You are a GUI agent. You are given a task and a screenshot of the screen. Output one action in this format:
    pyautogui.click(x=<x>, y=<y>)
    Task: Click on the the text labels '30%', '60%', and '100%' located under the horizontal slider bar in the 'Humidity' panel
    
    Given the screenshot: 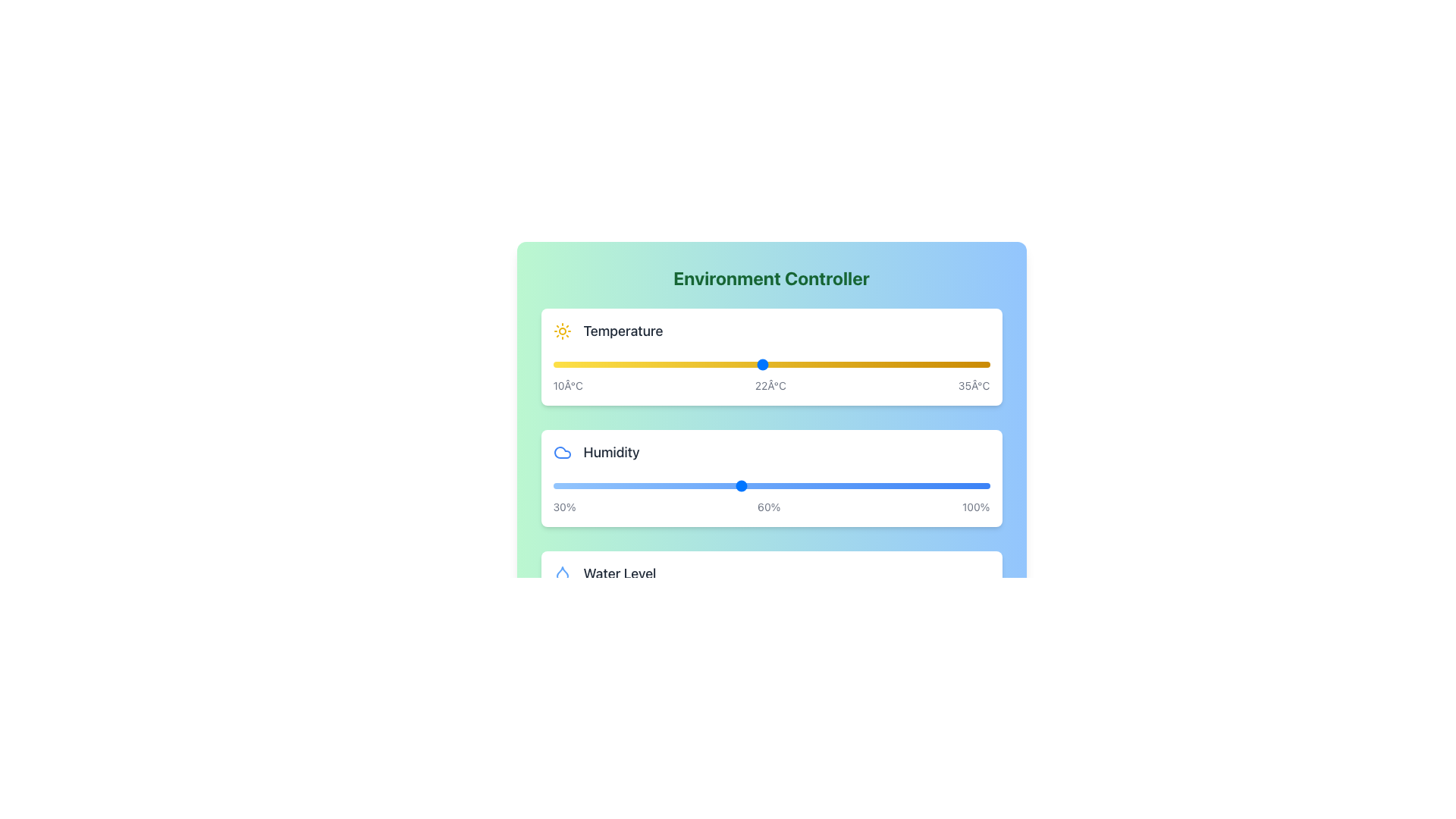 What is the action you would take?
    pyautogui.click(x=771, y=507)
    